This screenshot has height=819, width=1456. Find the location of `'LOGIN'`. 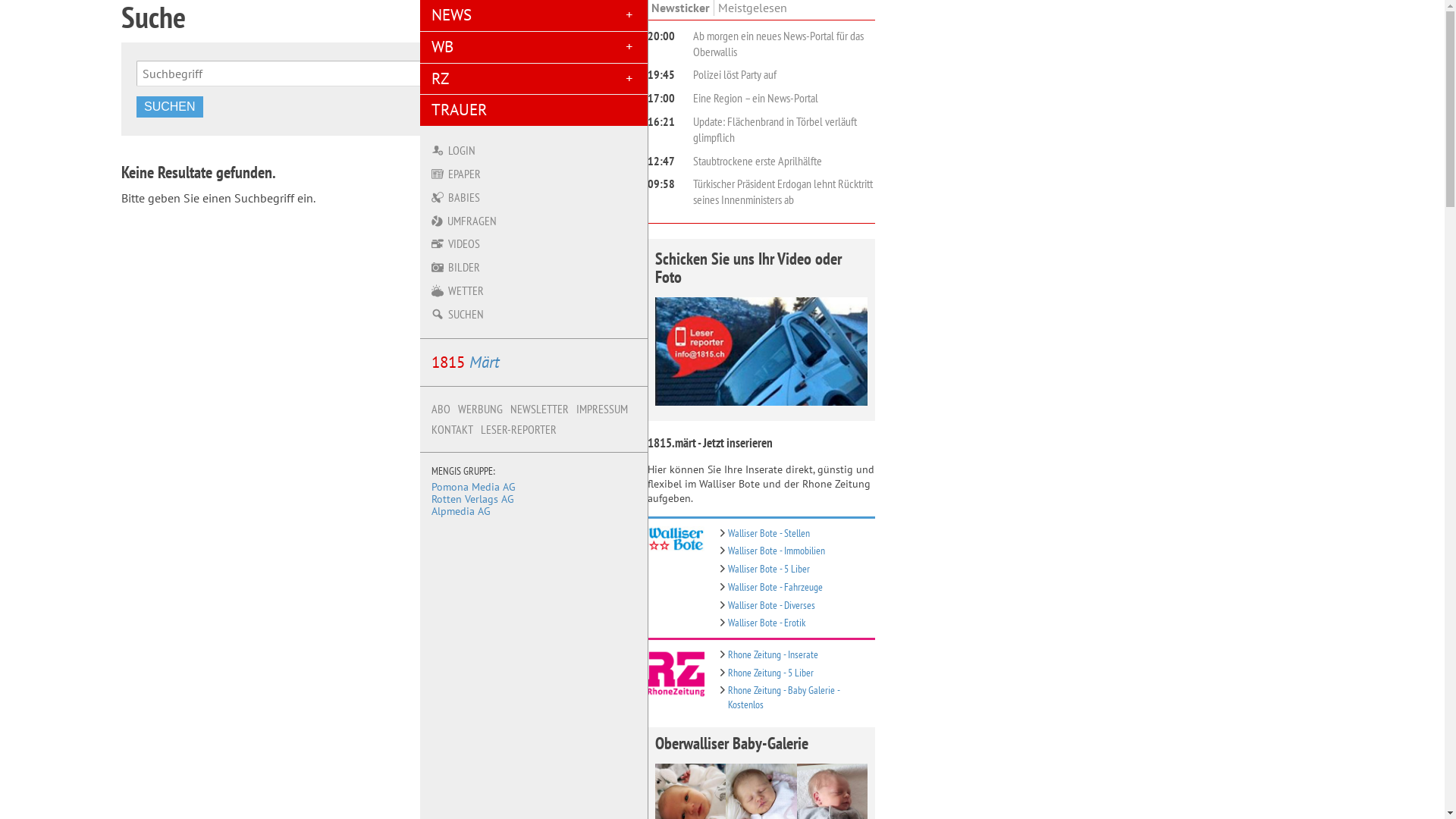

'LOGIN' is located at coordinates (419, 150).